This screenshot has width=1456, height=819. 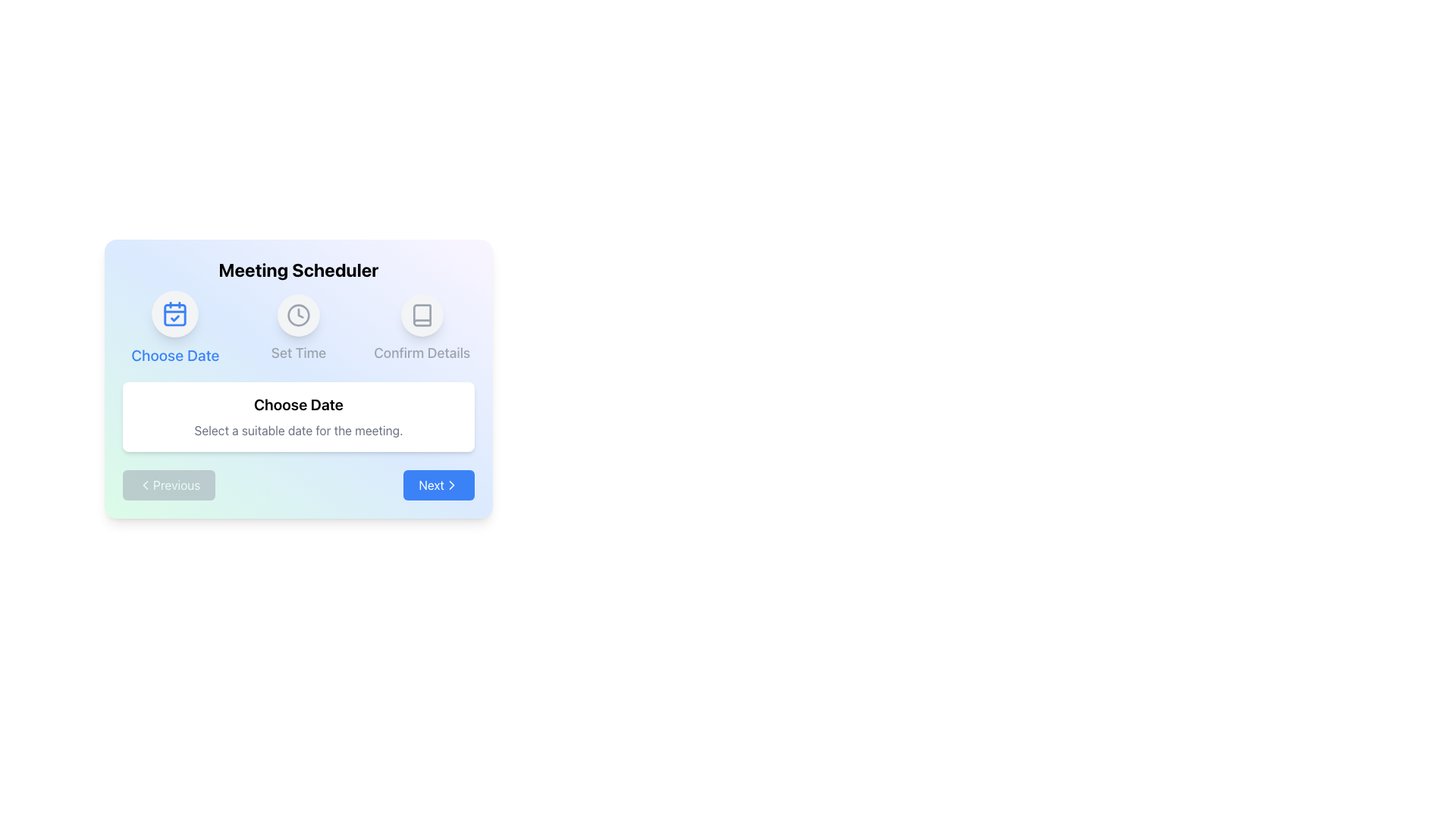 I want to click on the Decorative/Informational icon with a calendar illustration inside, located in the 'Choose Date' section of the 'Meeting Scheduler' interface, so click(x=175, y=313).